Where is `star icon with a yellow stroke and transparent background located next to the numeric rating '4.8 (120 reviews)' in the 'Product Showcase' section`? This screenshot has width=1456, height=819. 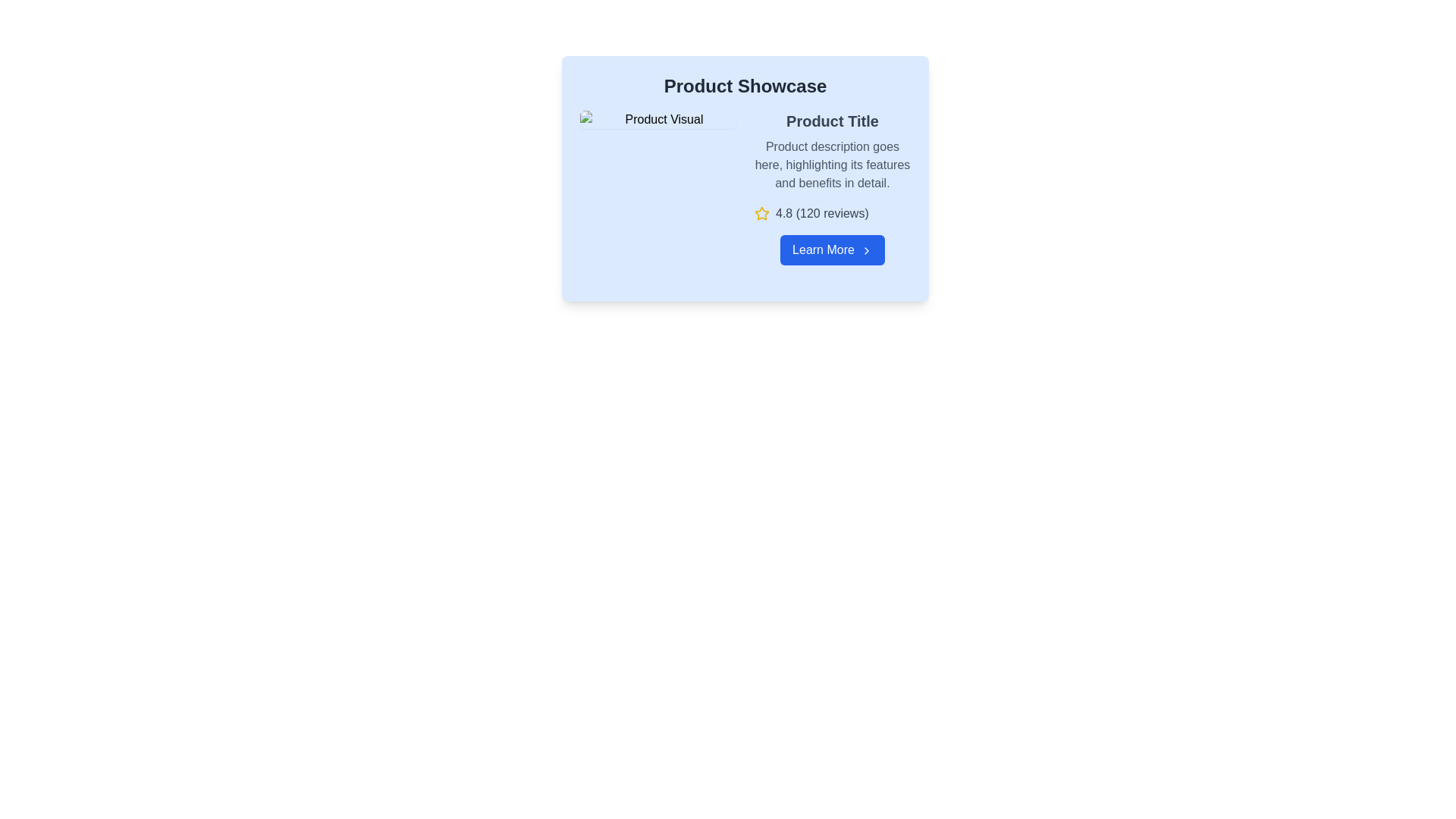 star icon with a yellow stroke and transparent background located next to the numeric rating '4.8 (120 reviews)' in the 'Product Showcase' section is located at coordinates (761, 213).